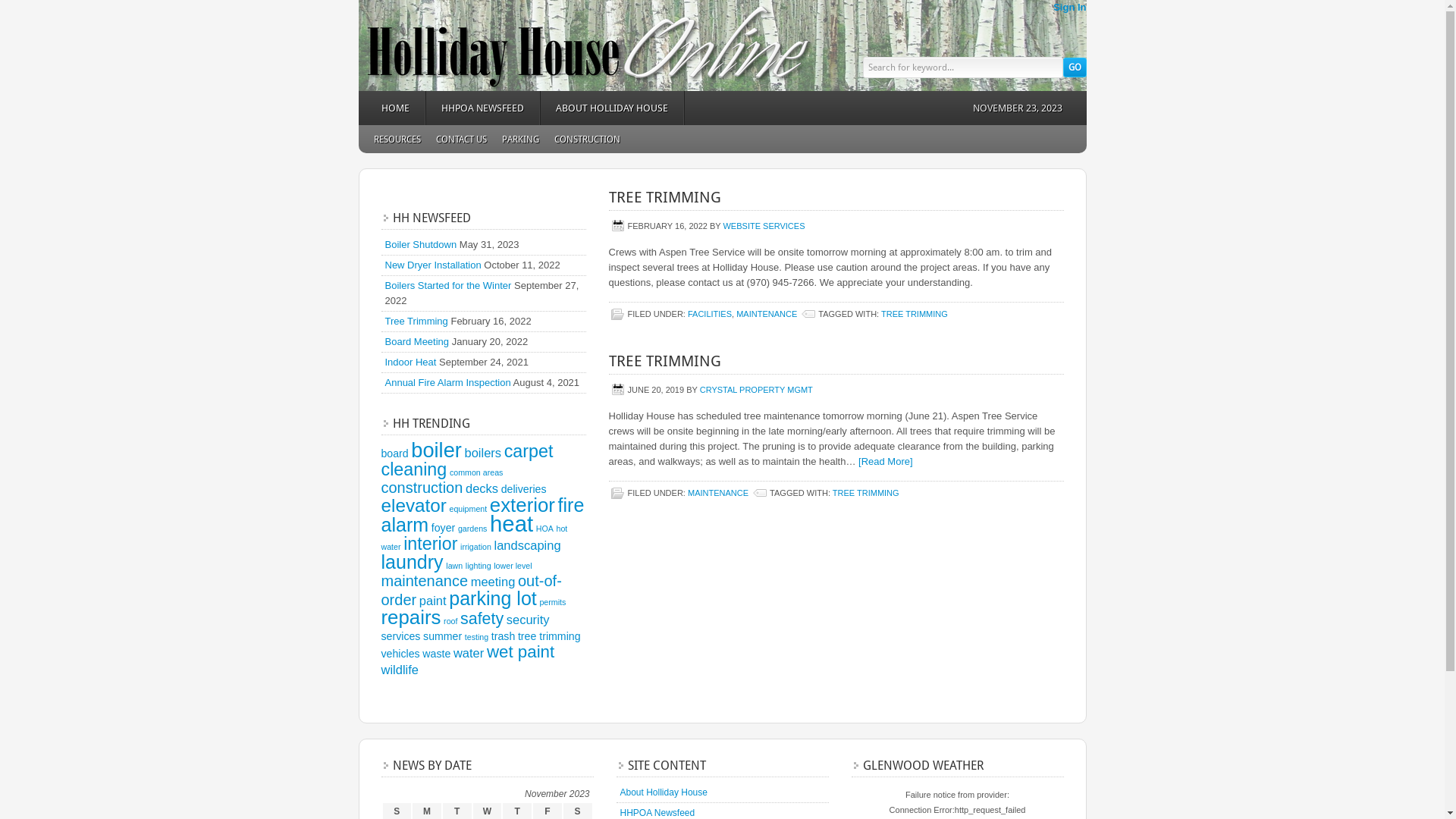  I want to click on 'Boilers Started for the Winter', so click(447, 285).